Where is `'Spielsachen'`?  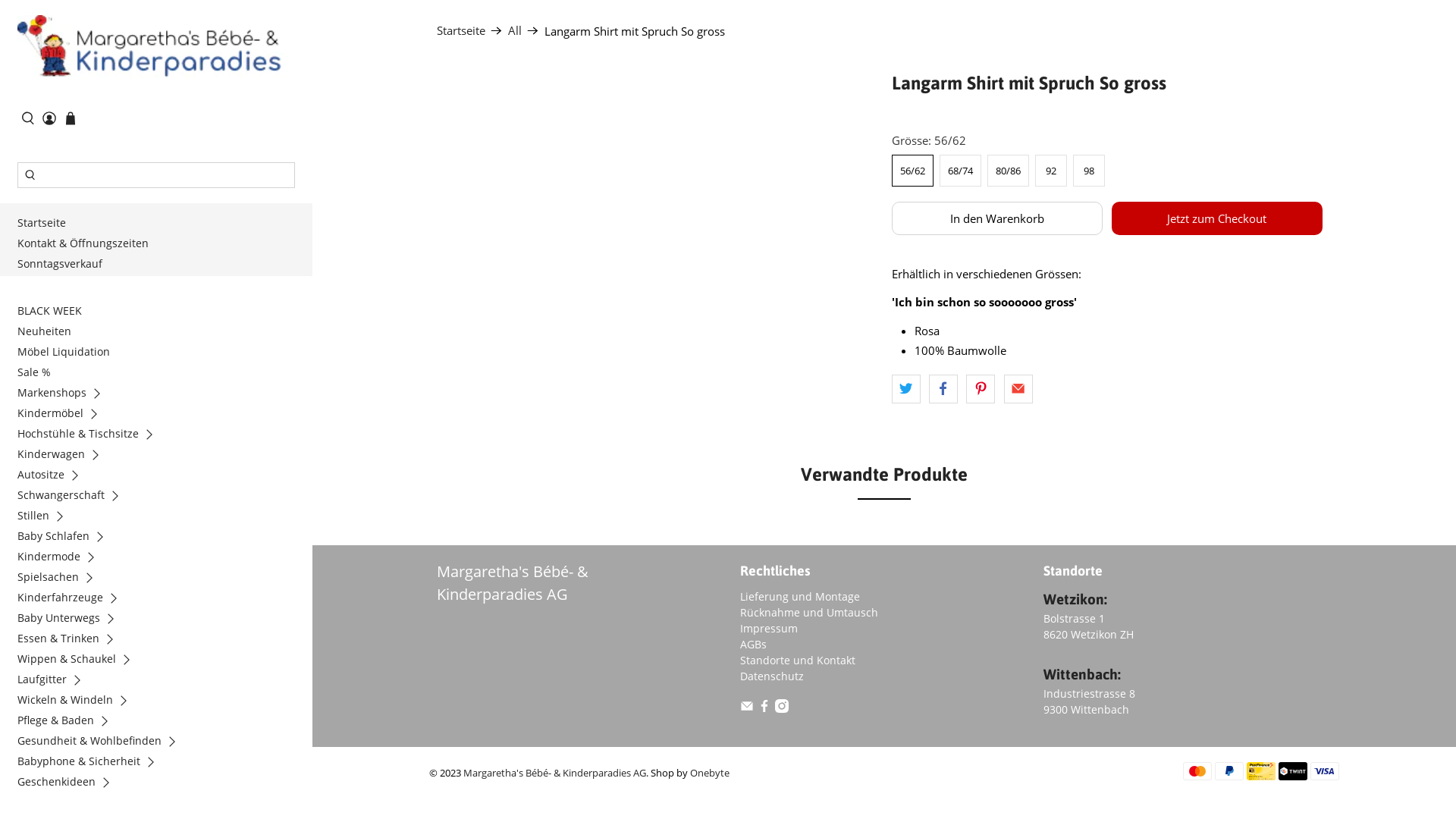
'Spielsachen' is located at coordinates (61, 579).